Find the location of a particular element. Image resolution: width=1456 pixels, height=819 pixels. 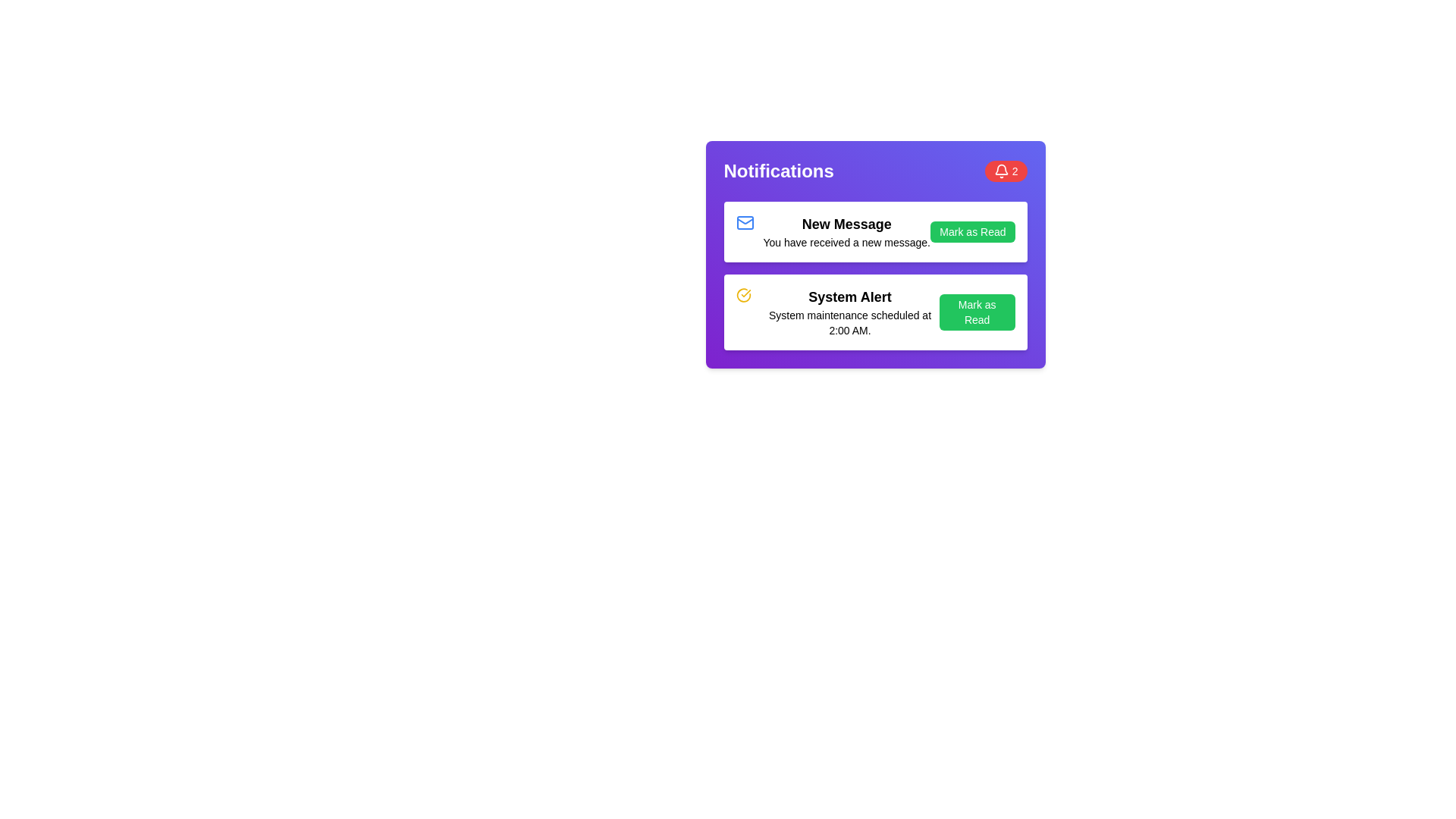

the first notification entry titled 'New Message' in the notifications panel is located at coordinates (846, 231).